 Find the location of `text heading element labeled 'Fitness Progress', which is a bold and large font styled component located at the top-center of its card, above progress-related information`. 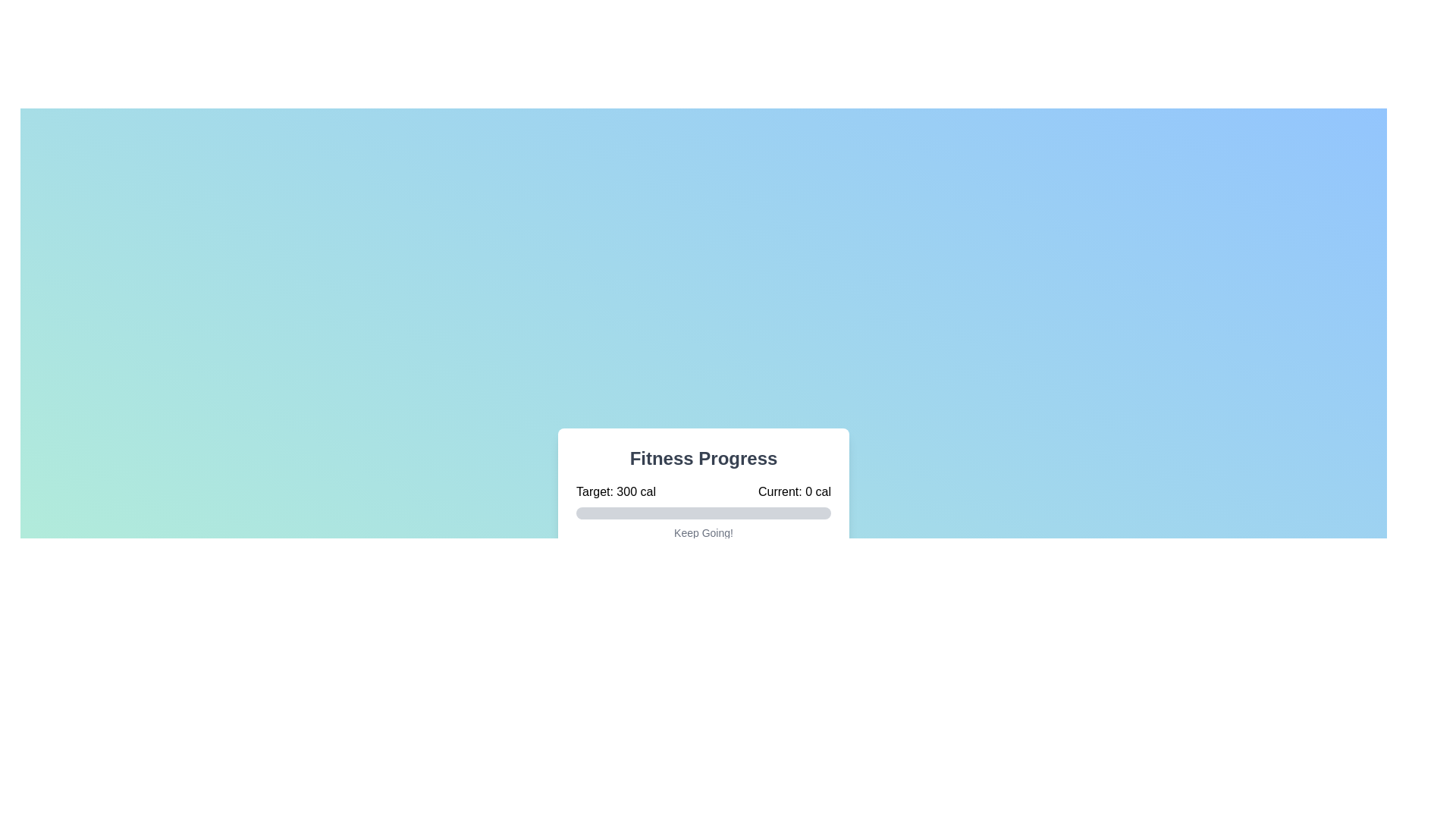

text heading element labeled 'Fitness Progress', which is a bold and large font styled component located at the top-center of its card, above progress-related information is located at coordinates (702, 458).